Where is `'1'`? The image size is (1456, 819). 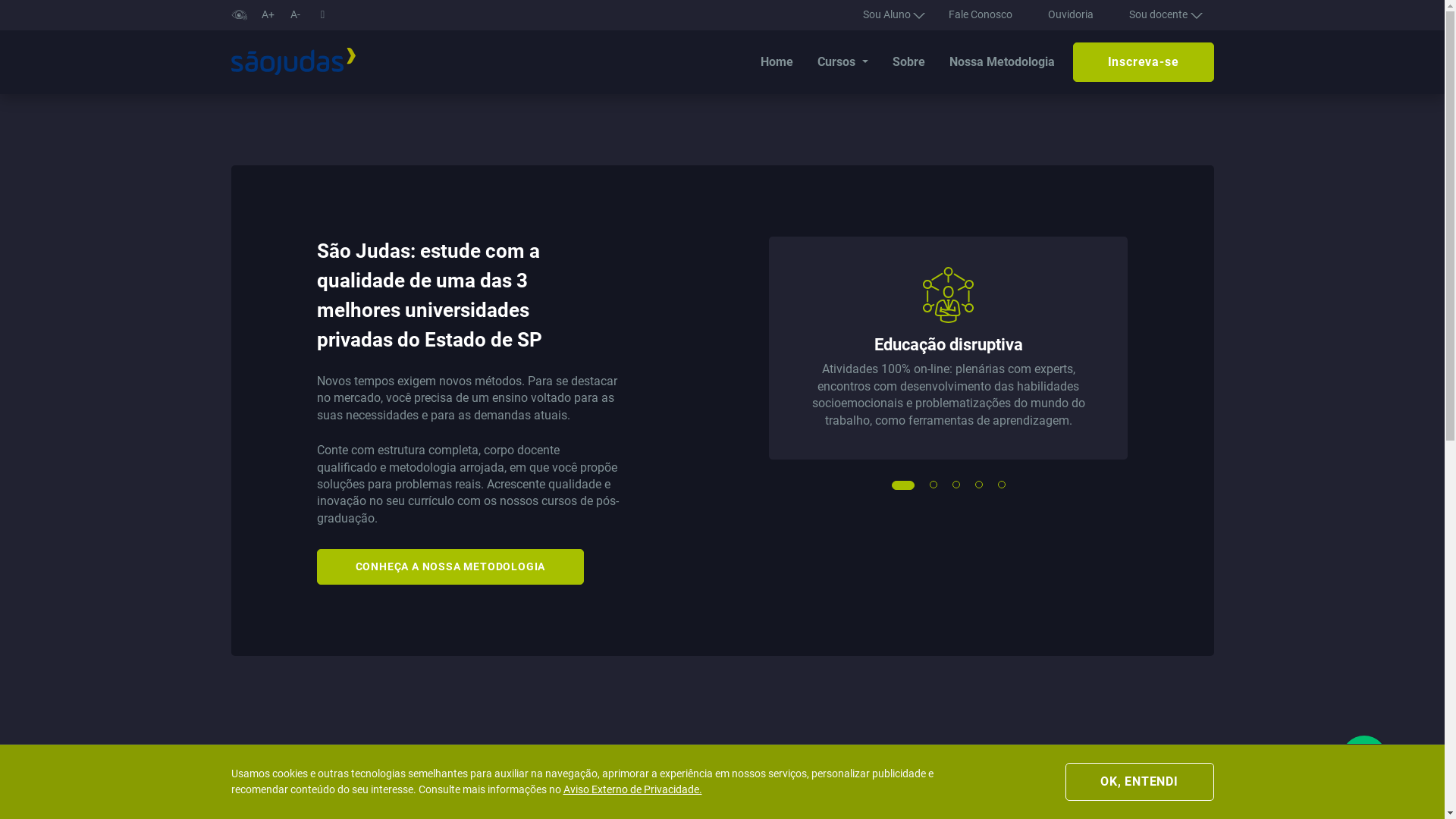
'1' is located at coordinates (896, 485).